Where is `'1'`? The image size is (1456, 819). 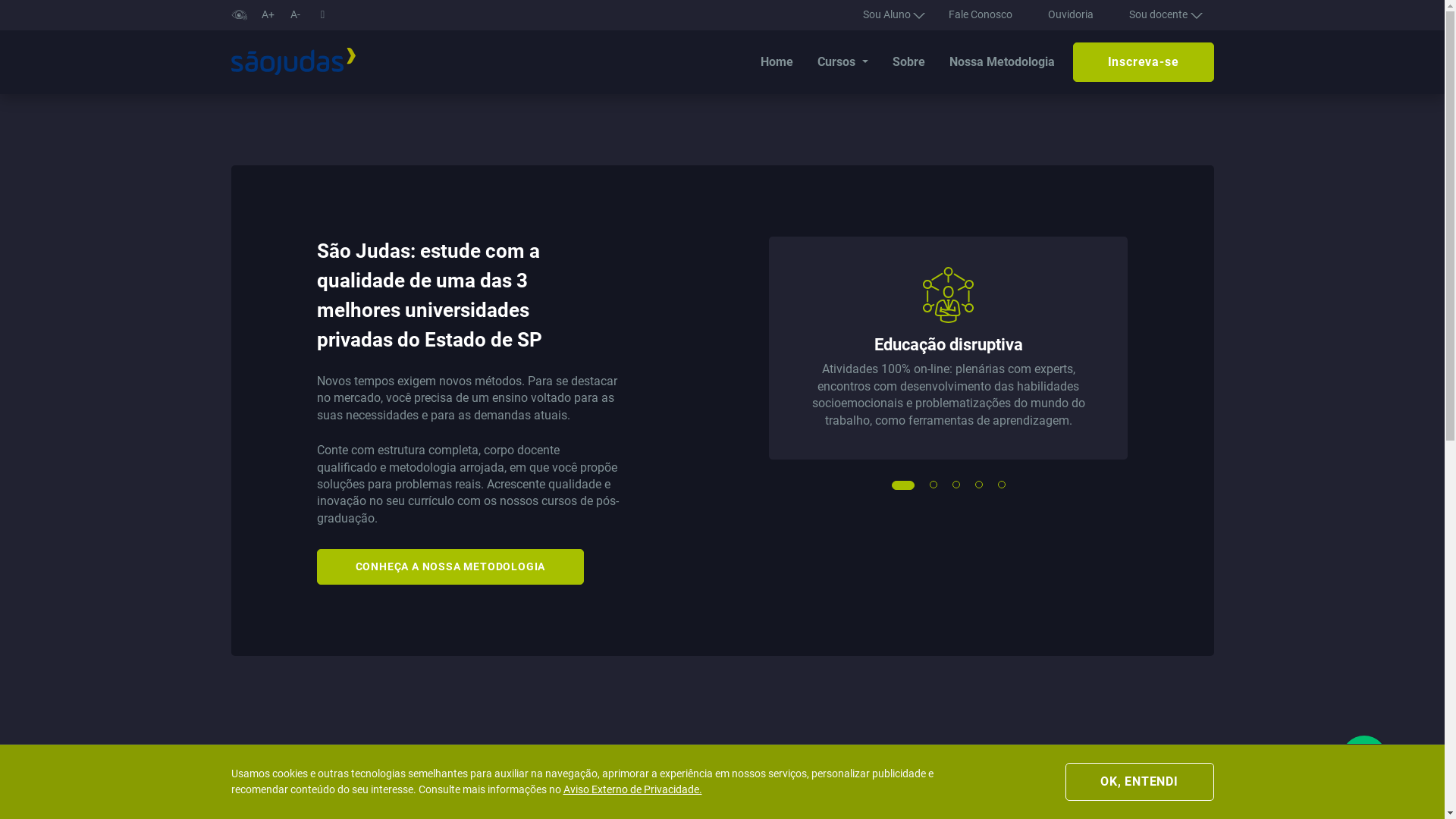
'1' is located at coordinates (896, 485).